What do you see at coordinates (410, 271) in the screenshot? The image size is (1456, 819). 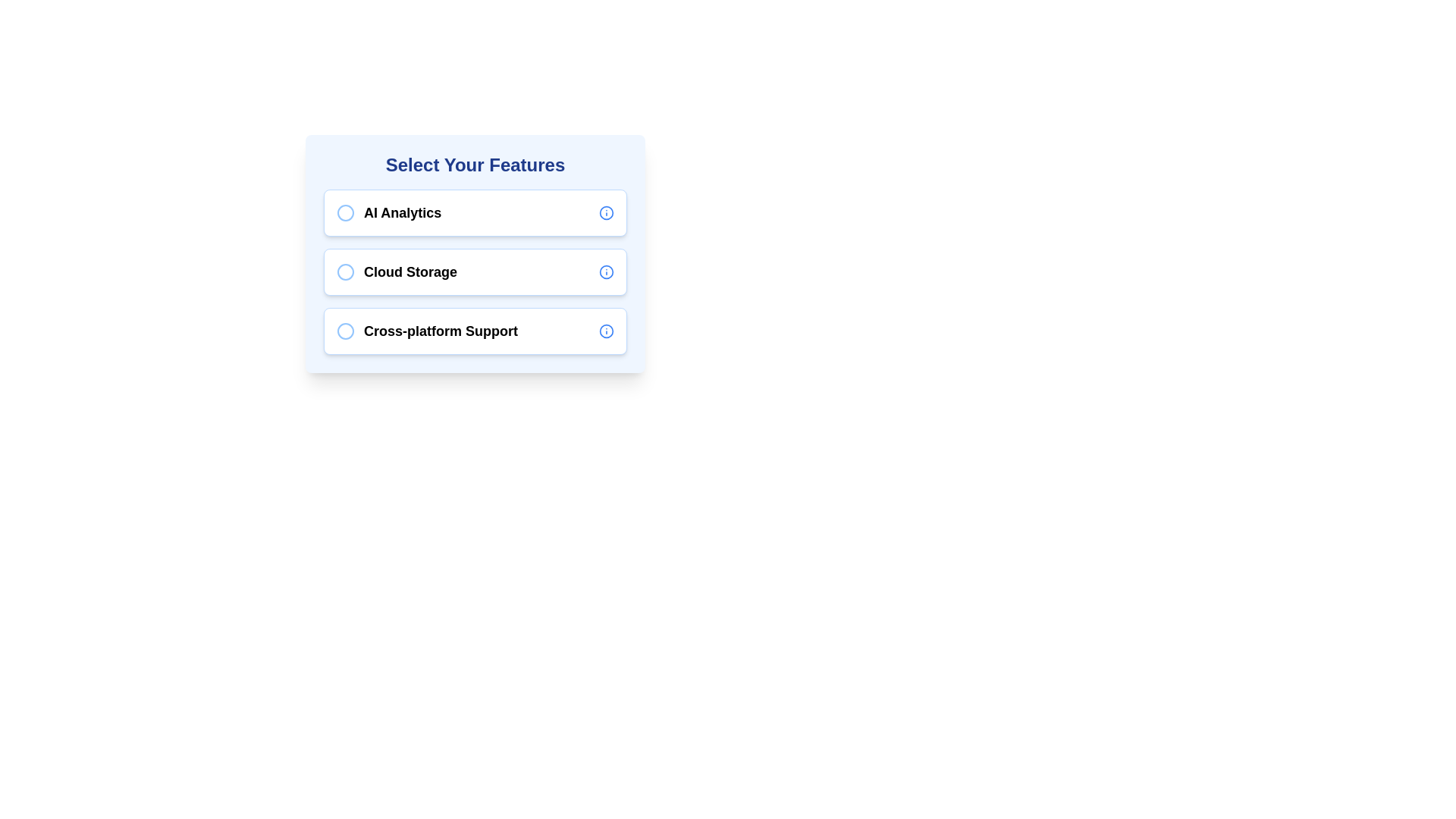 I see `the 'Cloud Storage' text label, which is the second option in a vertical list of selectable features, located between 'AI Analytics' and 'Cross-platform Support'` at bounding box center [410, 271].